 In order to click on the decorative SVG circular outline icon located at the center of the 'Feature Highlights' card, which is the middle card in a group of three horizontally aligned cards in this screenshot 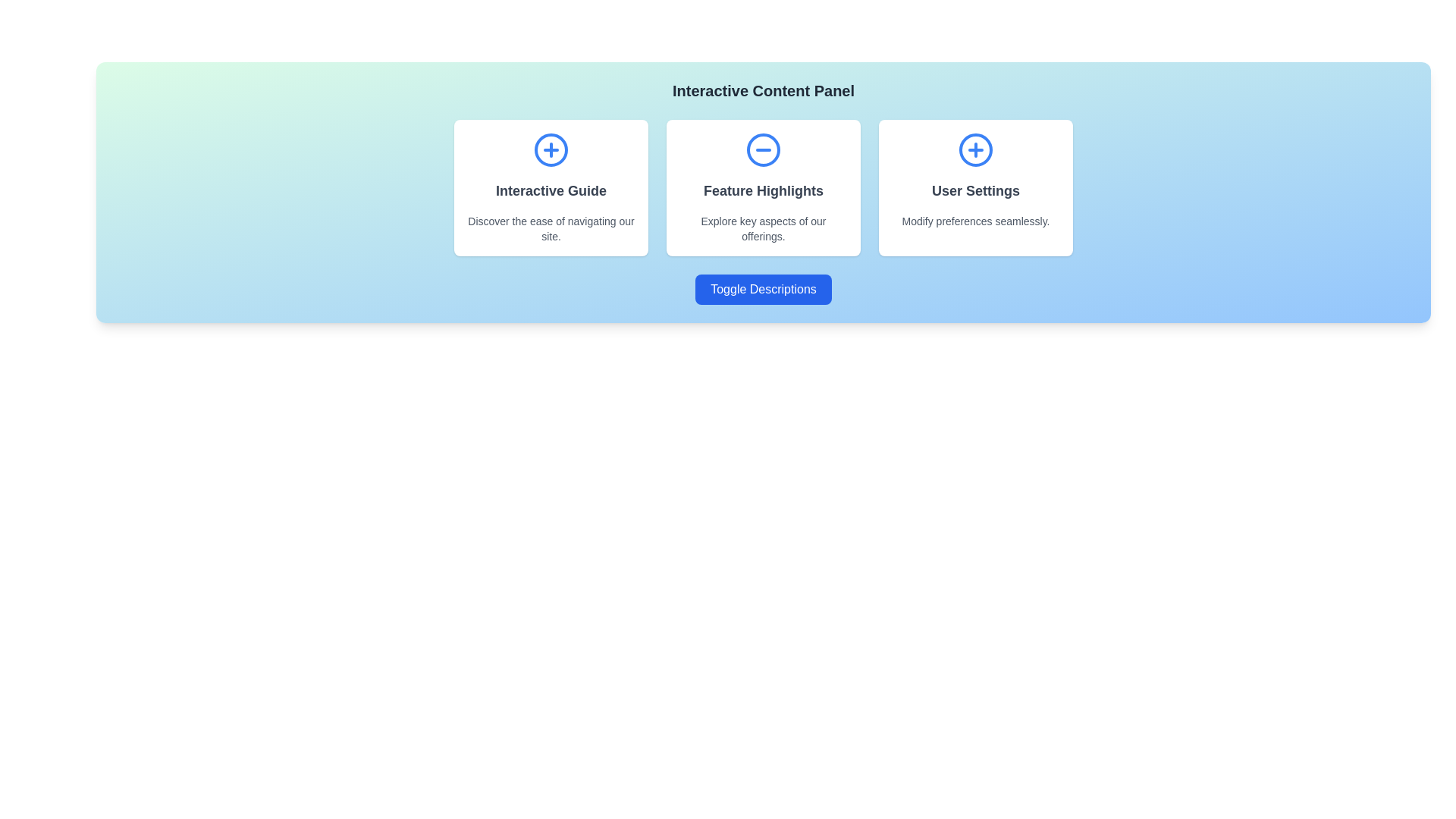, I will do `click(764, 149)`.